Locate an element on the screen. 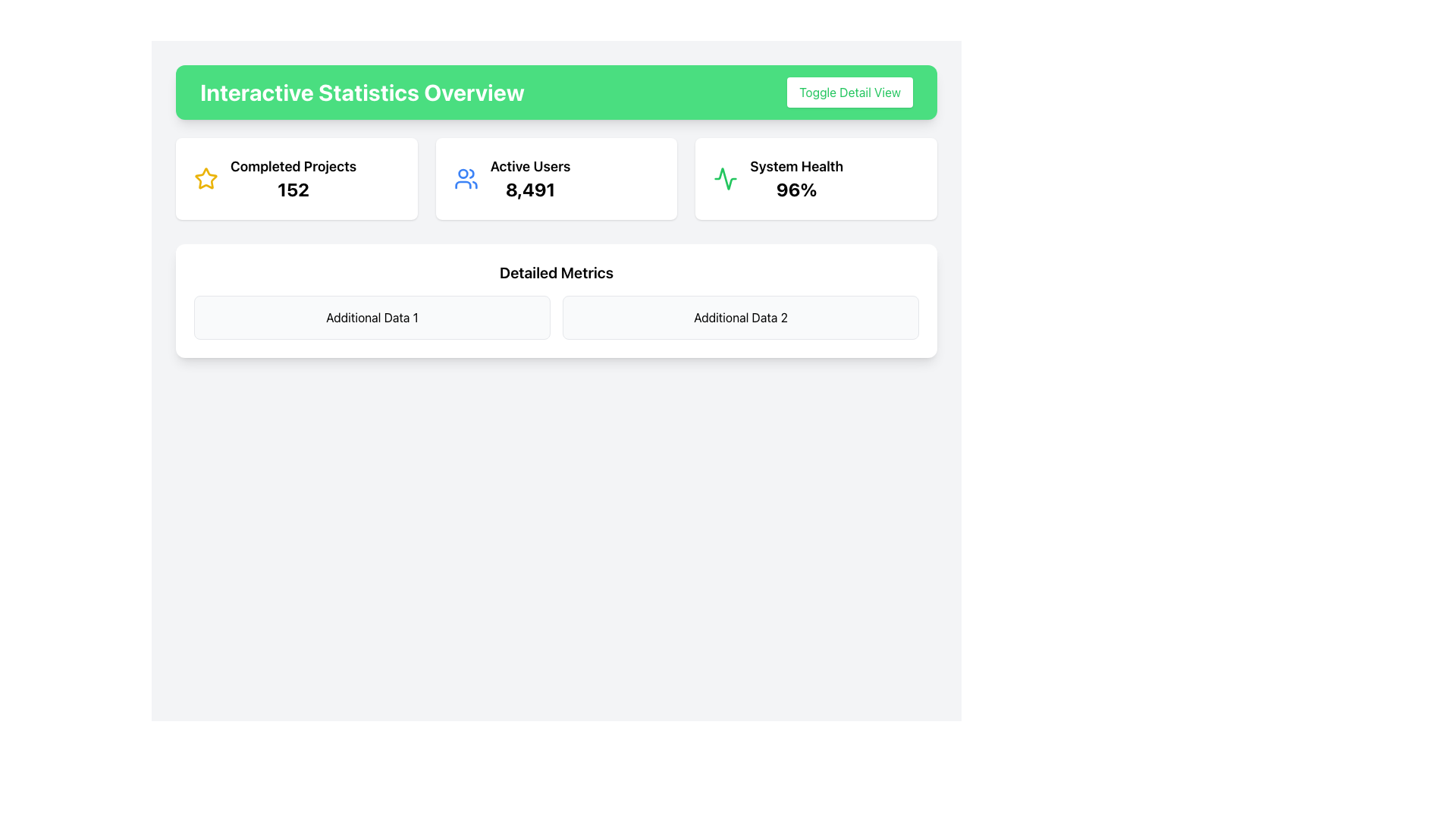 Image resolution: width=1456 pixels, height=819 pixels. the Text Label that describes the metric '152' in the first card of the statistics overview section, positioned above the numeric label and aligned next to a star icon is located at coordinates (293, 166).